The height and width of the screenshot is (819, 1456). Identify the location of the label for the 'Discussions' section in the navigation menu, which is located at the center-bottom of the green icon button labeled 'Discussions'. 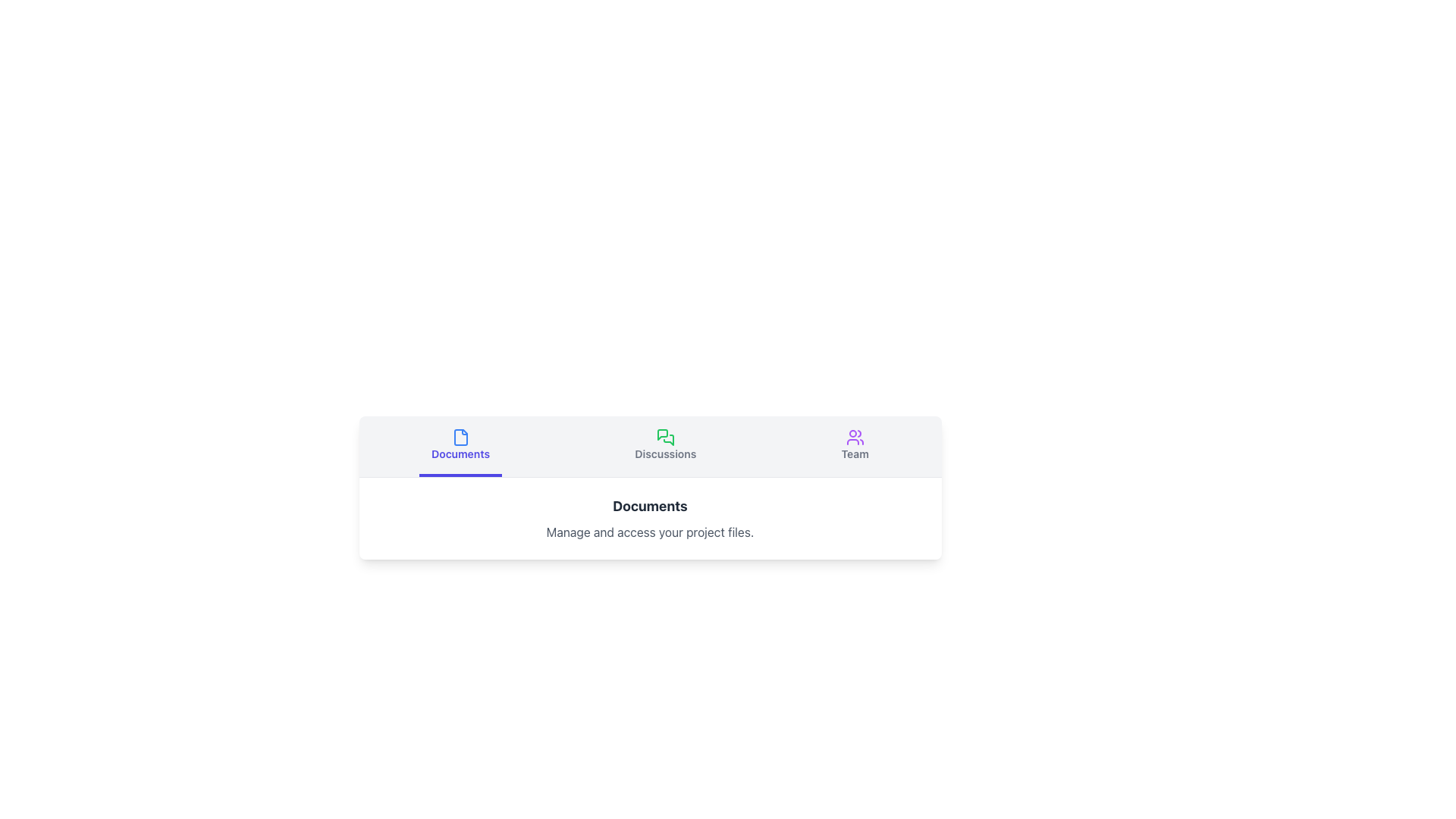
(665, 453).